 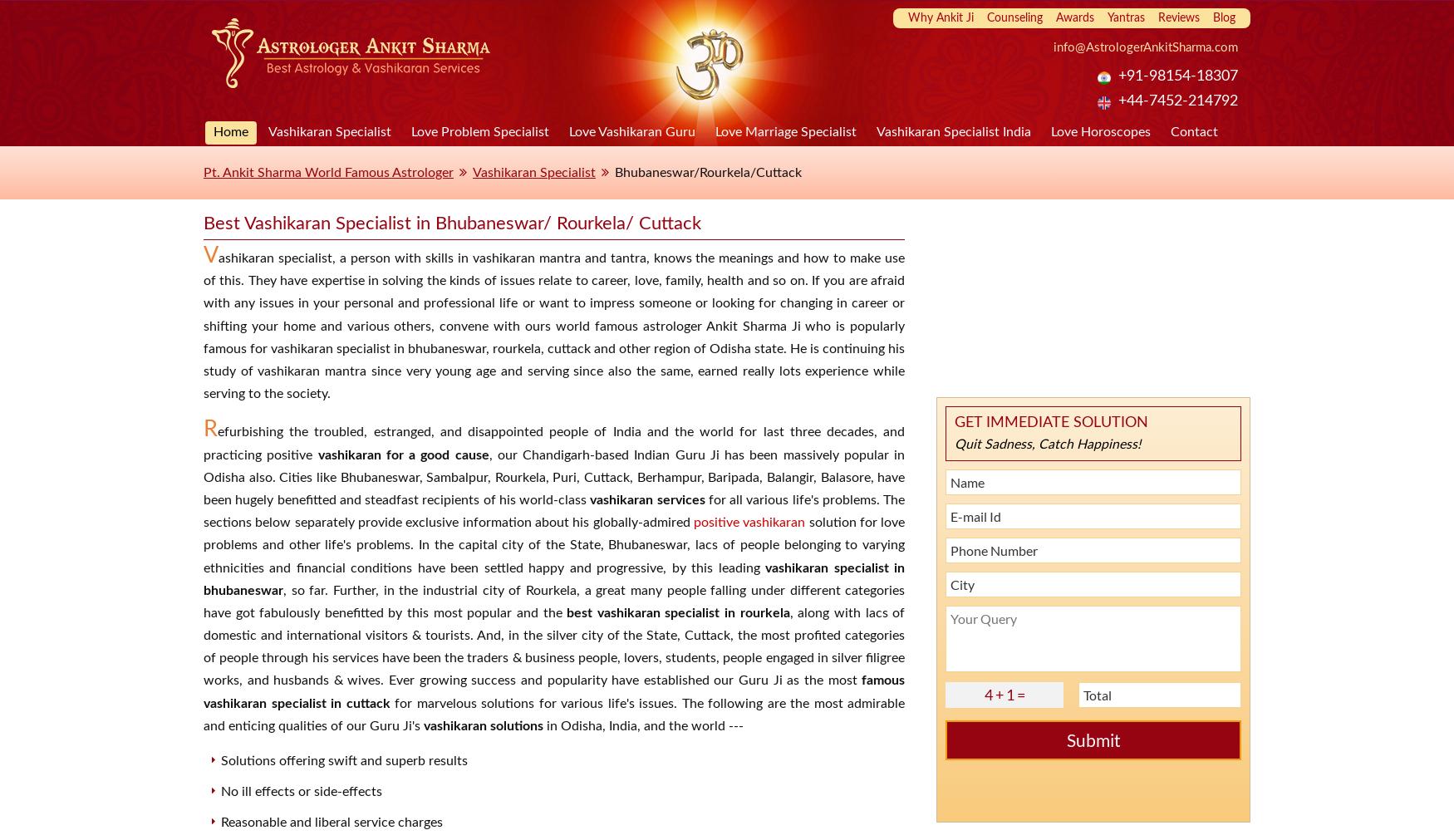 What do you see at coordinates (553, 510) in the screenshot?
I see `'for all various life's problems.  The sections below separately provide exclusive information about his globally-admired'` at bounding box center [553, 510].